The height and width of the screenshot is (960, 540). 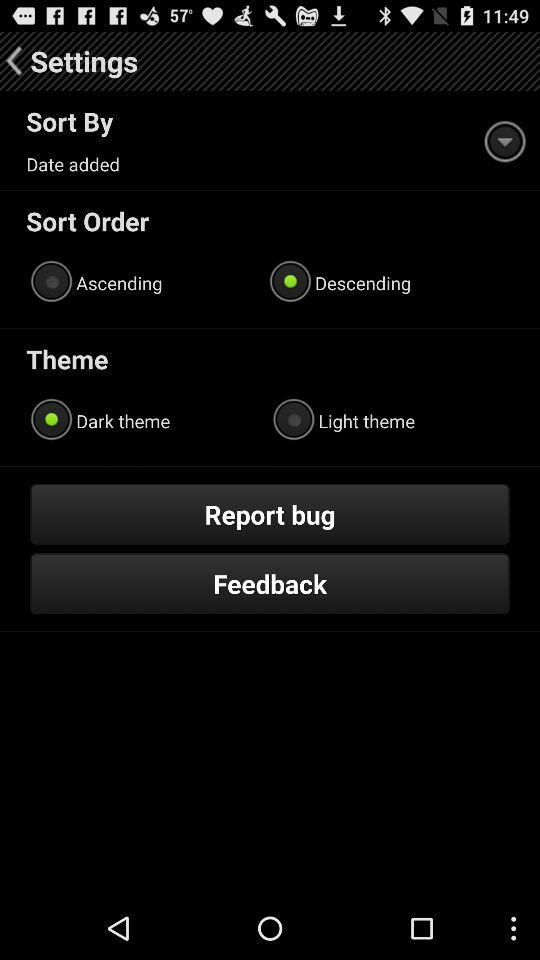 I want to click on the arrow_backward icon, so click(x=14, y=65).